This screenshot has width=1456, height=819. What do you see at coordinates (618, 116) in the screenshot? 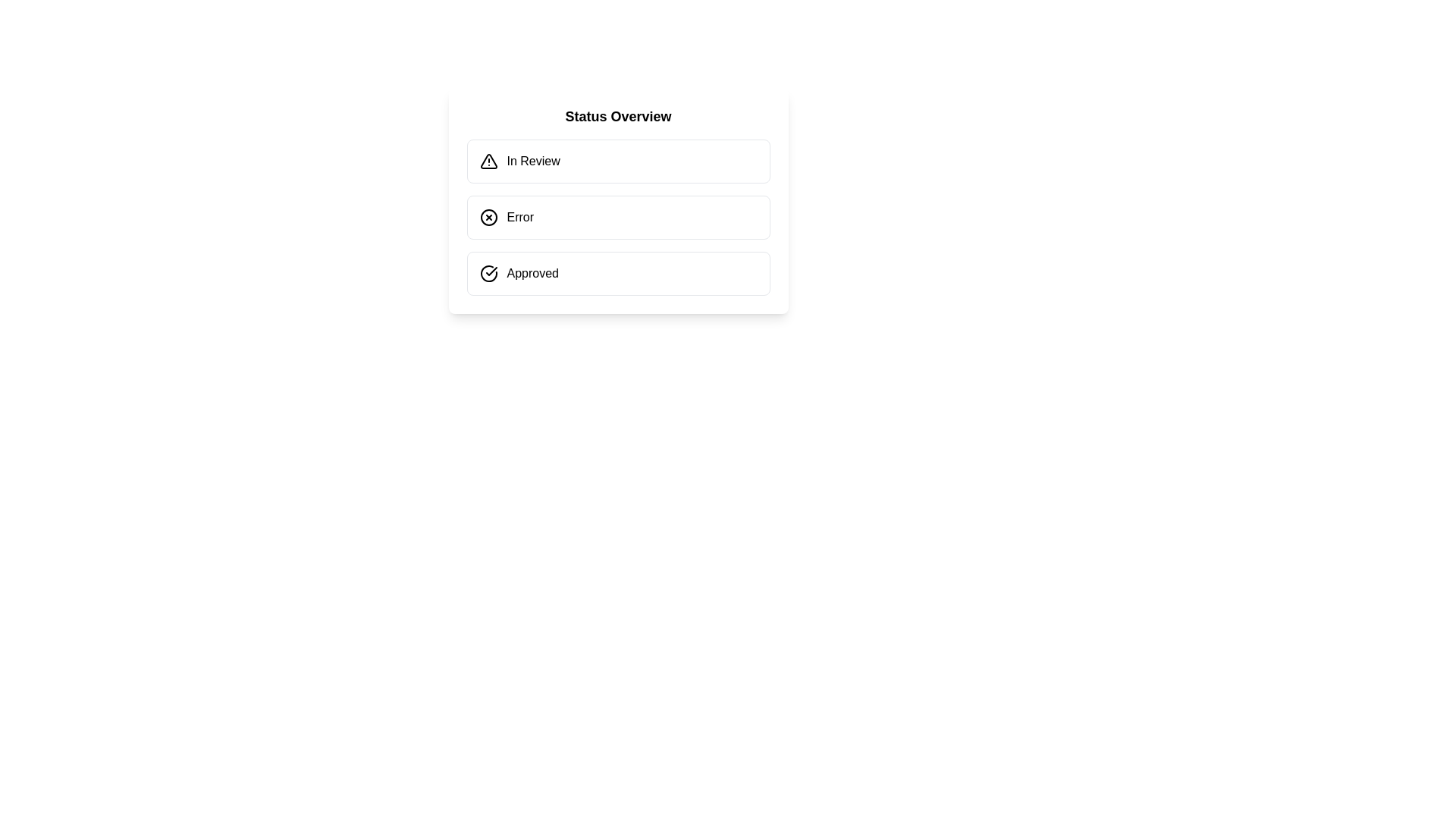
I see `the 'Status Overview' text label, which serves as the header of the card, styled in large, bold font and positioned at the top of the card layout` at bounding box center [618, 116].